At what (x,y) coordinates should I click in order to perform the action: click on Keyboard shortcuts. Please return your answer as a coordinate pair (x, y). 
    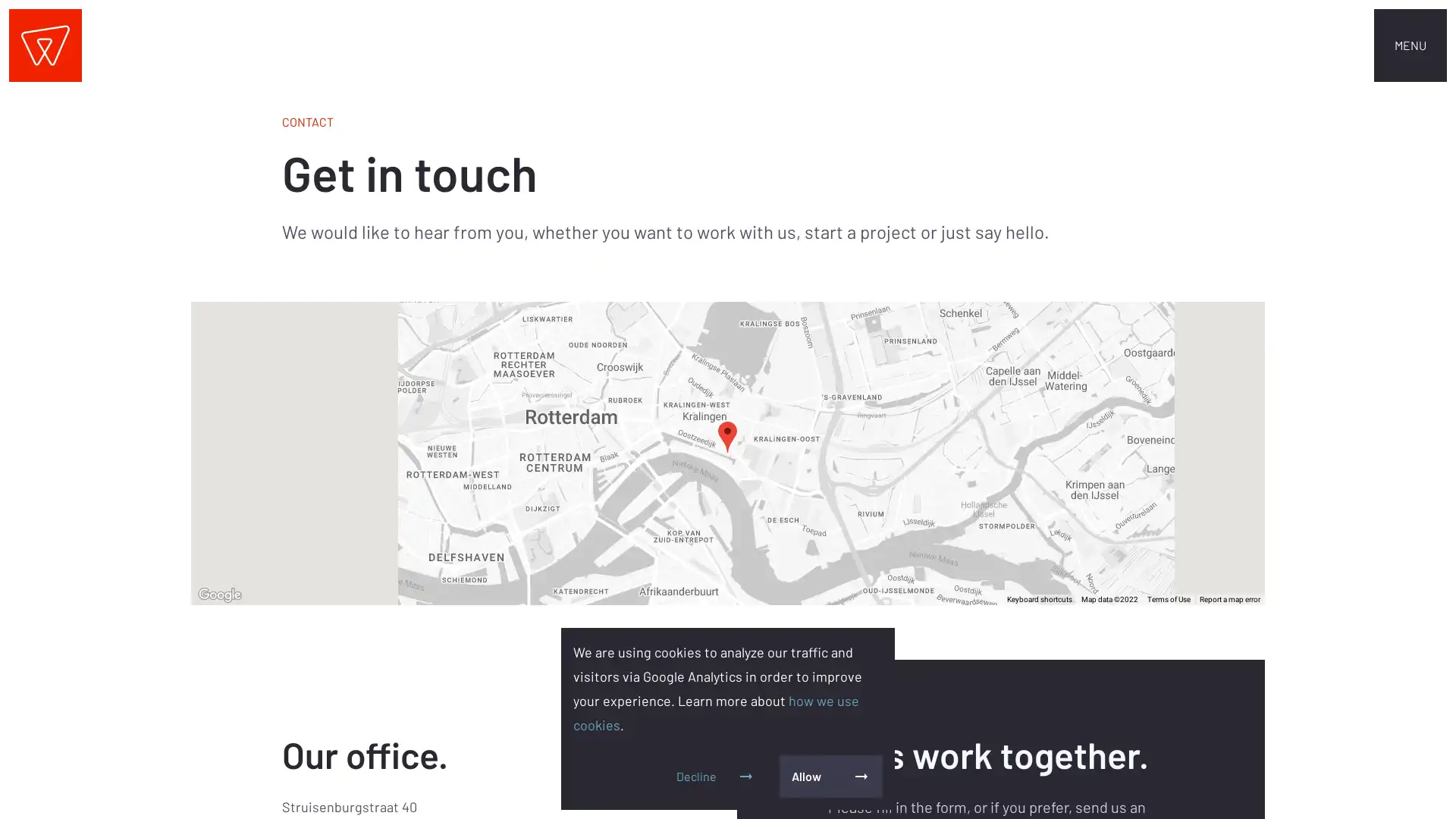
    Looking at the image, I should click on (1039, 598).